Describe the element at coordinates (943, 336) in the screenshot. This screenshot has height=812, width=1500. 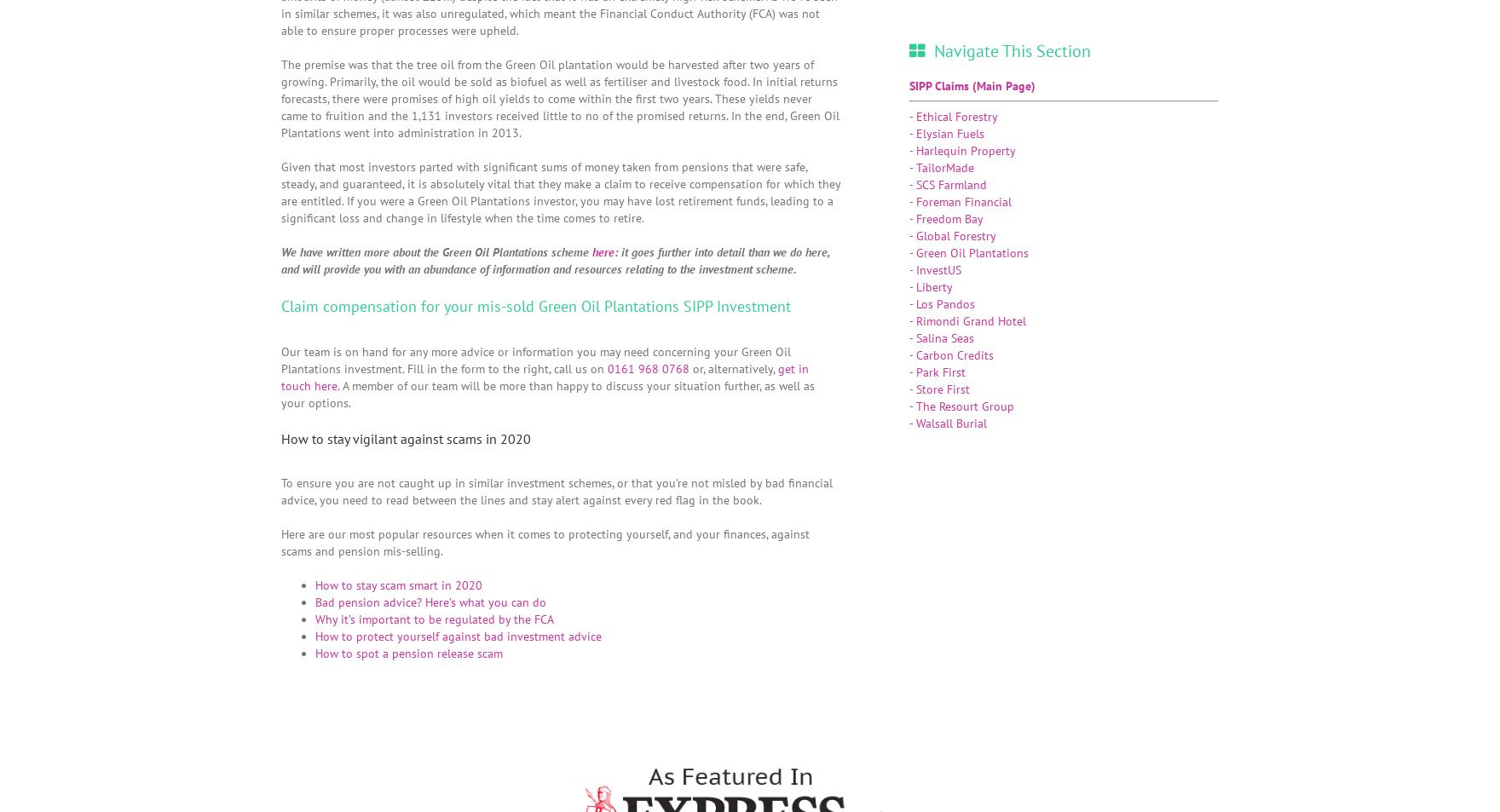
I see `'Salina Seas'` at that location.